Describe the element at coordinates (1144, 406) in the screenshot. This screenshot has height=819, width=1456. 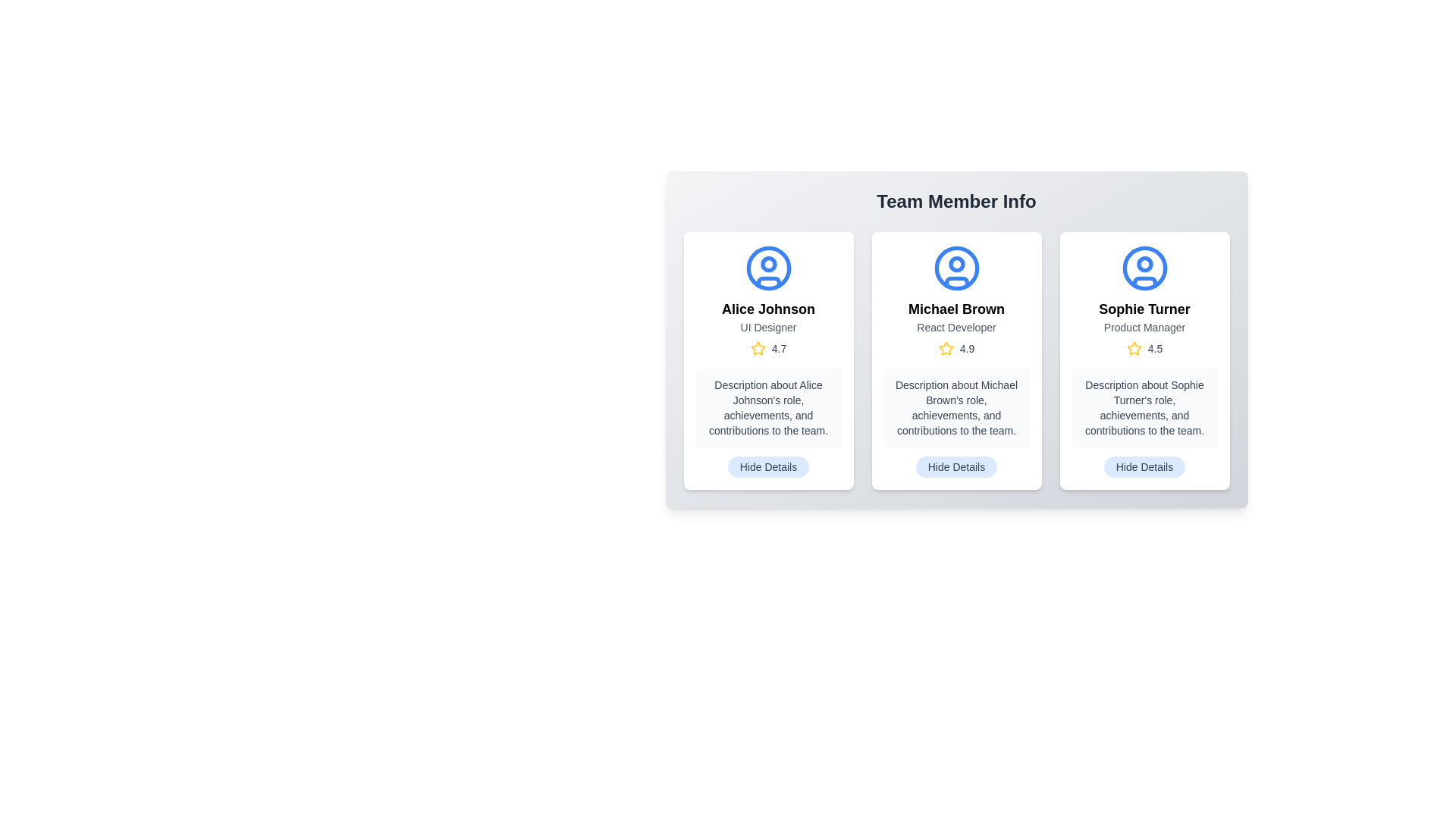
I see `the static text block that presents detailed information about Sophie Turner's role and contributions, located in the bottom part of the card in the third column of the 'Team Member Info' section` at that location.